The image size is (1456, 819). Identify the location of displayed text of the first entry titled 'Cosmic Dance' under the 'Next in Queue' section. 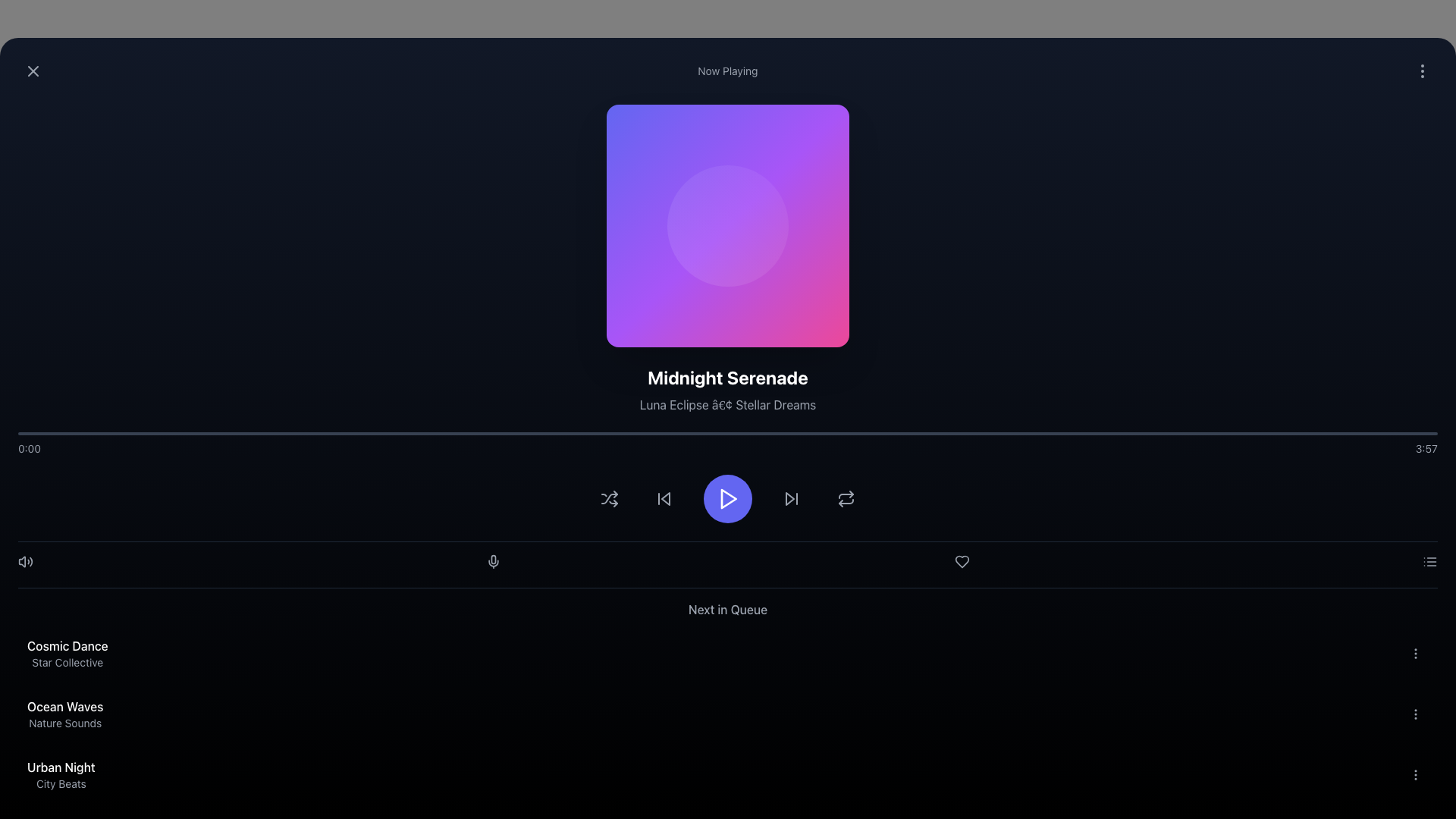
(67, 652).